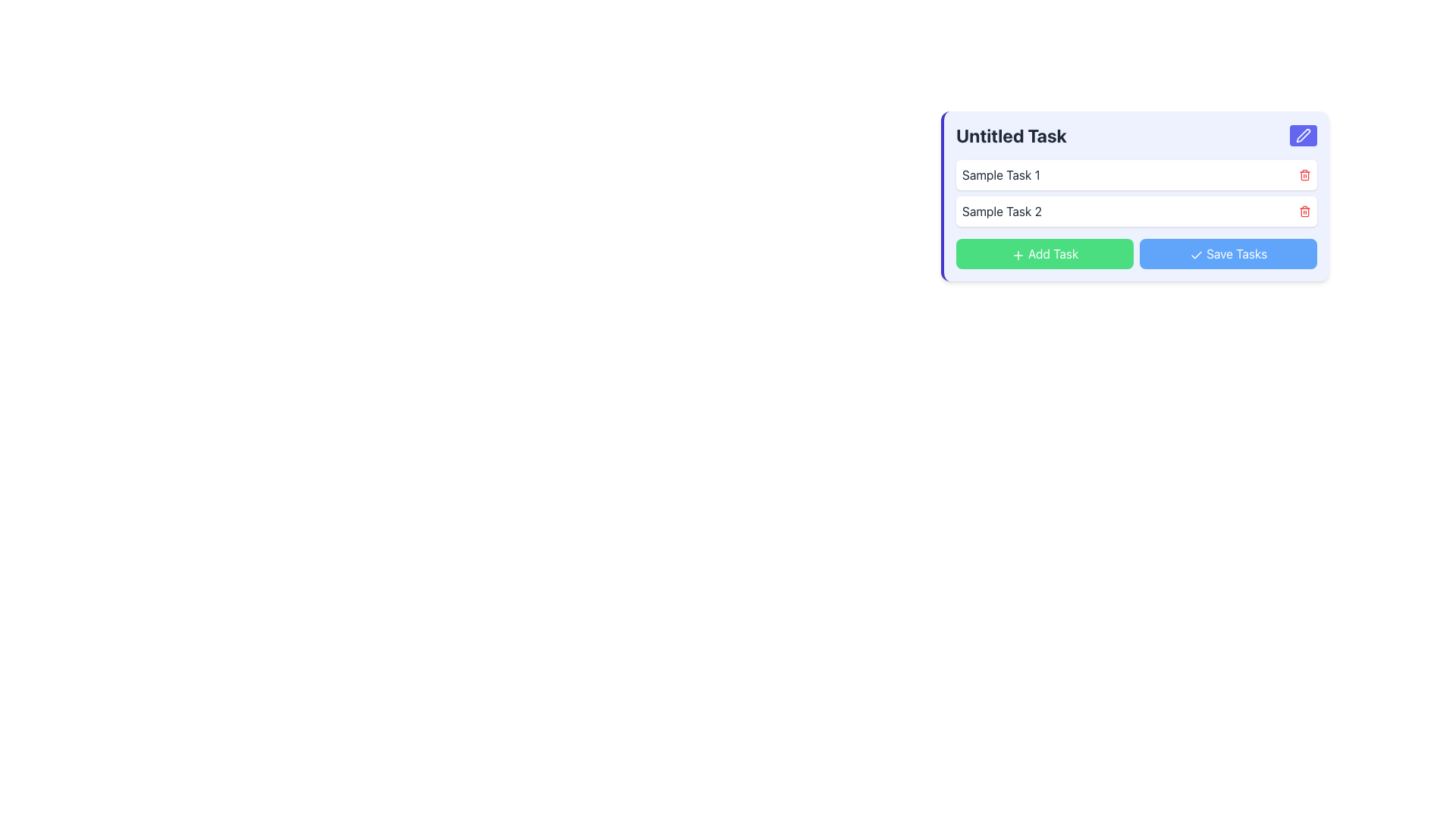 The image size is (1456, 819). I want to click on the delete button for the task titled 'Sample Task 1', so click(1304, 174).